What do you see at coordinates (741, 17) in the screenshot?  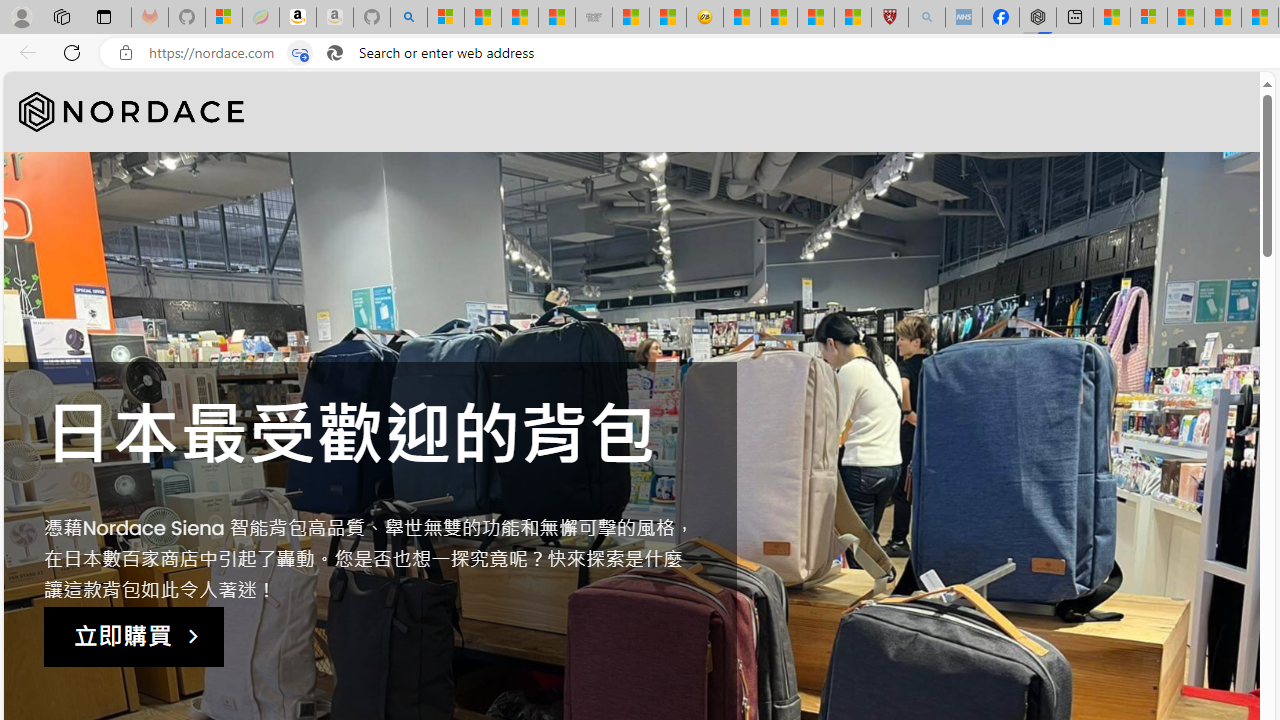 I see `'Recipes - MSN'` at bounding box center [741, 17].